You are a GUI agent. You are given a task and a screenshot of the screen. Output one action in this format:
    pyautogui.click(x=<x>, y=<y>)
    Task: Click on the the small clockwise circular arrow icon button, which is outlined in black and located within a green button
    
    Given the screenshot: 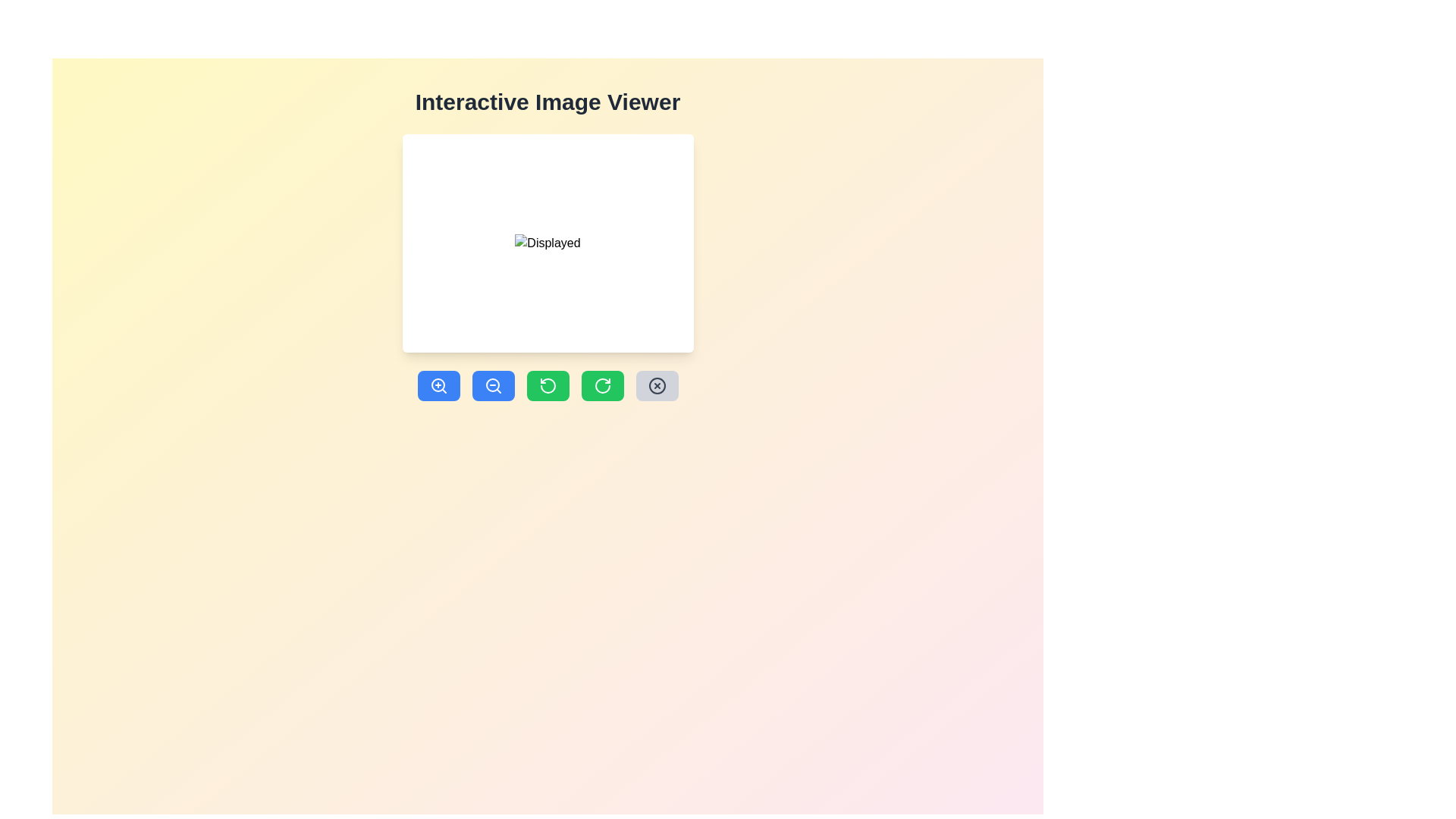 What is the action you would take?
    pyautogui.click(x=547, y=385)
    